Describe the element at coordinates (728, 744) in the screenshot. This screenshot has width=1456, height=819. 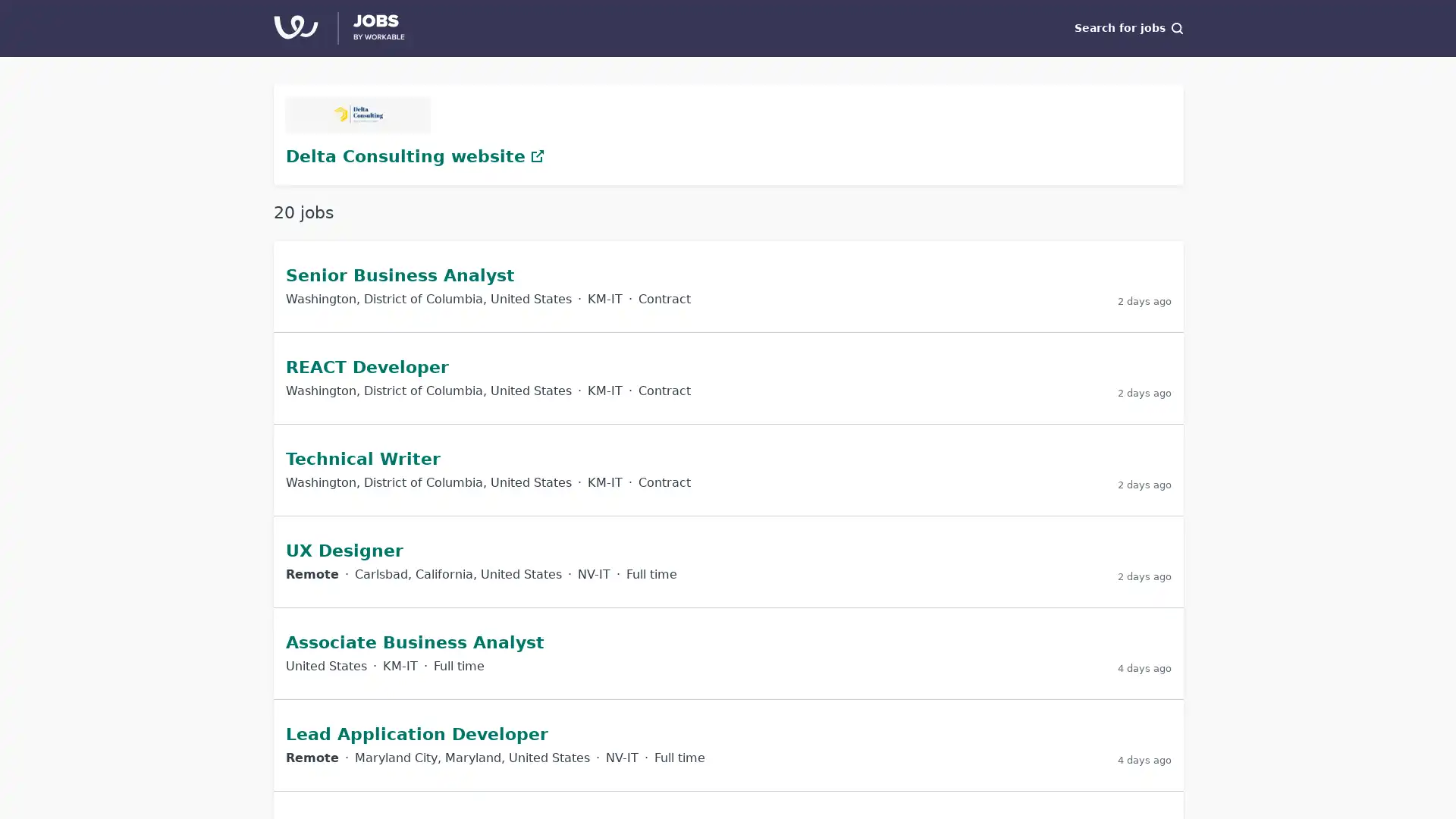
I see `Lead Application Developer at Delta Consulting` at that location.